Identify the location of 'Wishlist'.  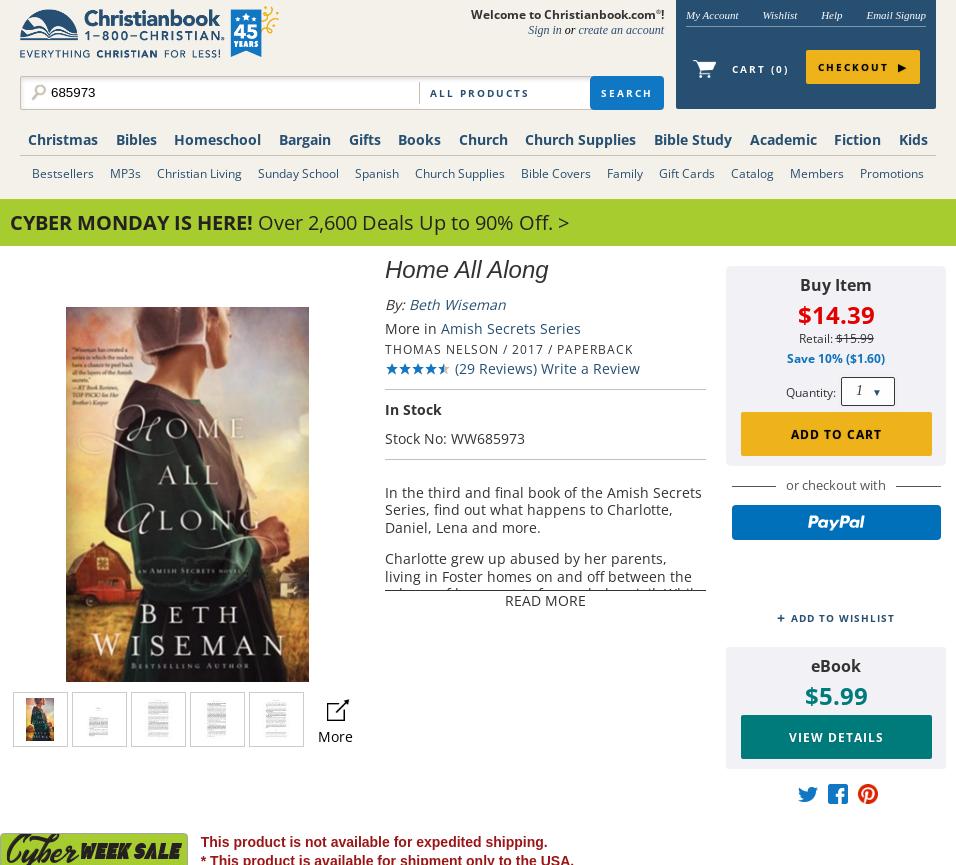
(778, 14).